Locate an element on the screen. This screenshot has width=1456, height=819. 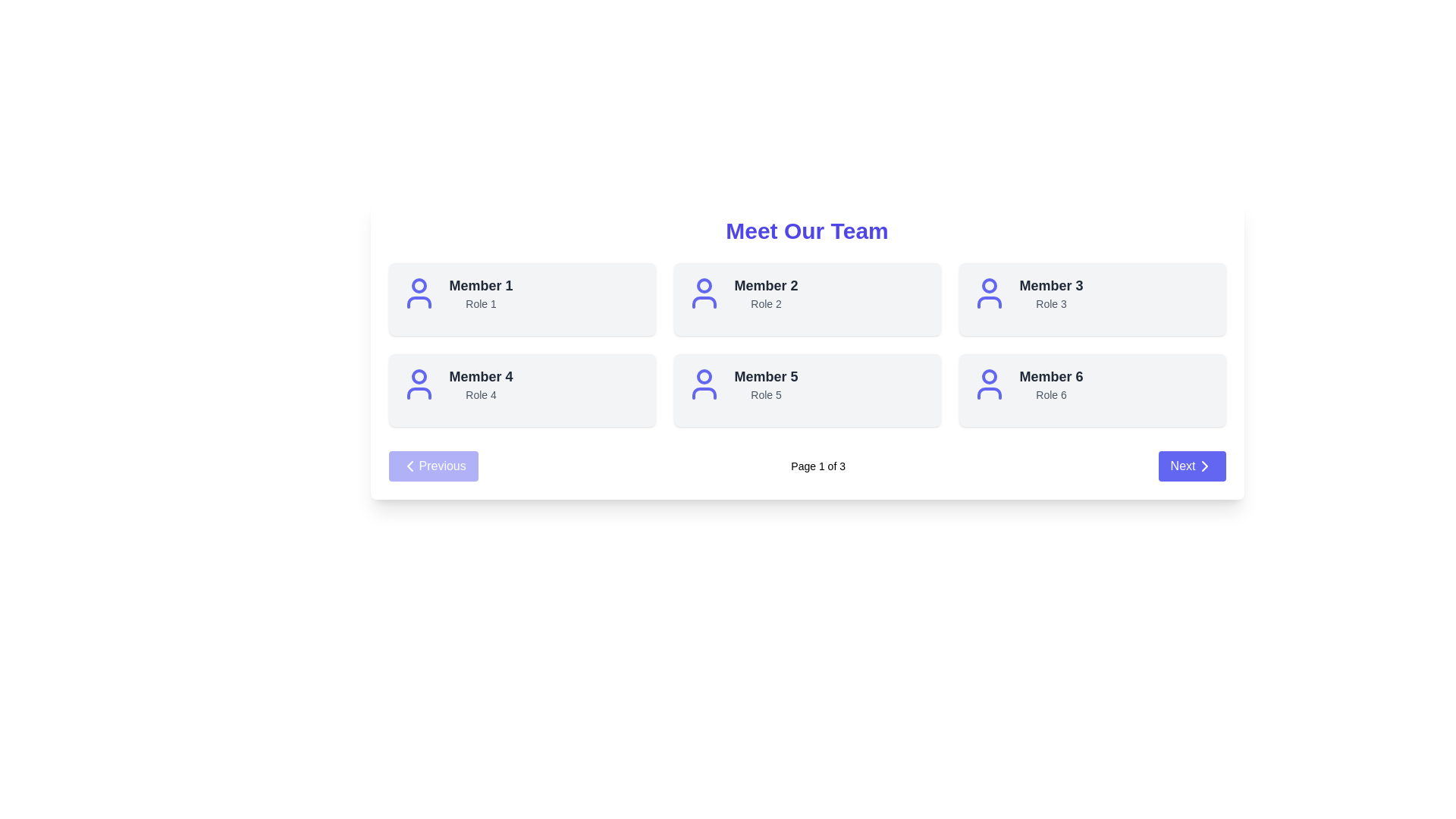
lower part of the user profile icon located in the rightmost card of the first row in the grid by hovering over it is located at coordinates (989, 302).